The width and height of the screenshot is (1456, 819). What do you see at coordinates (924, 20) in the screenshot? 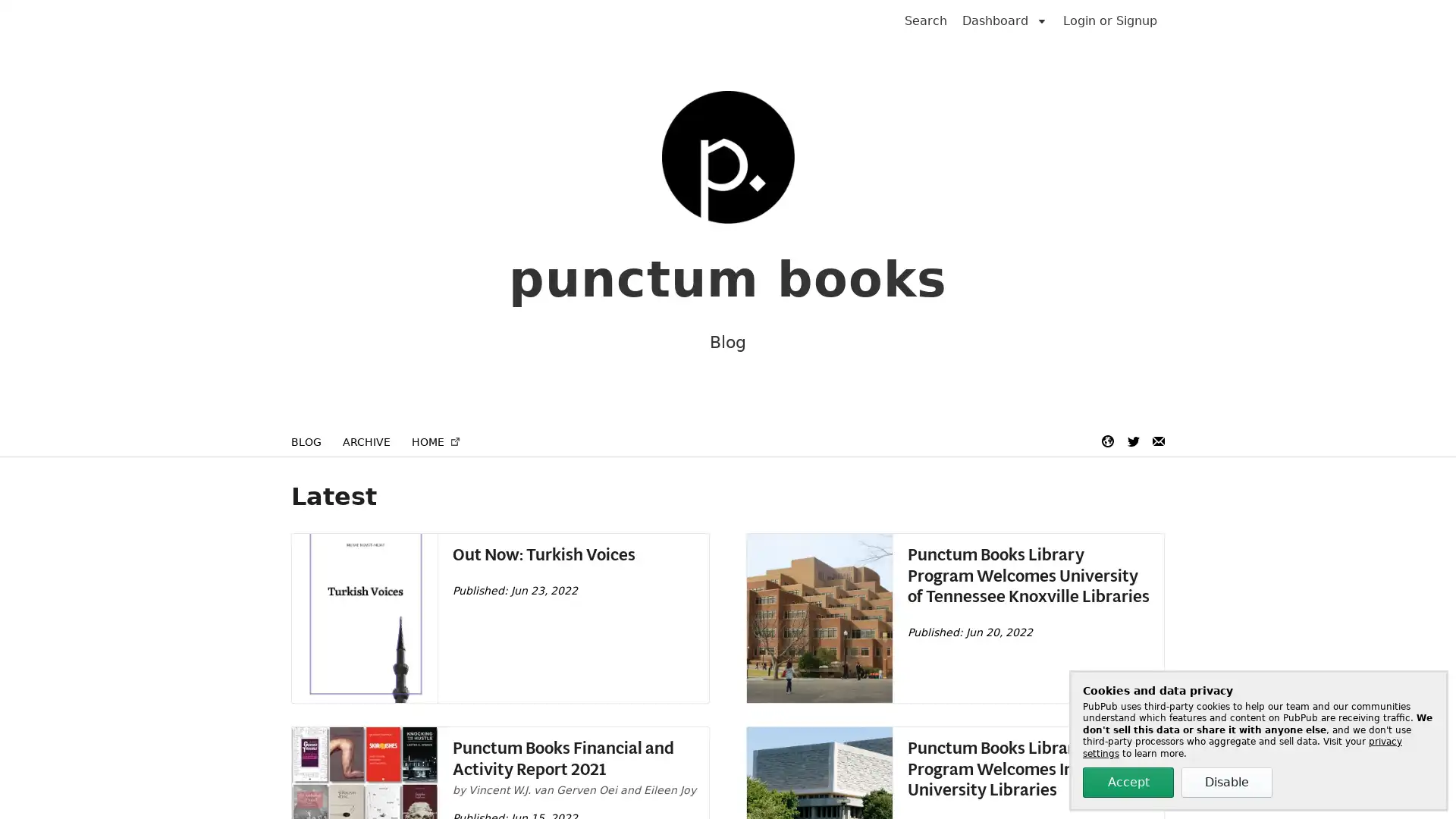
I see `Search` at bounding box center [924, 20].